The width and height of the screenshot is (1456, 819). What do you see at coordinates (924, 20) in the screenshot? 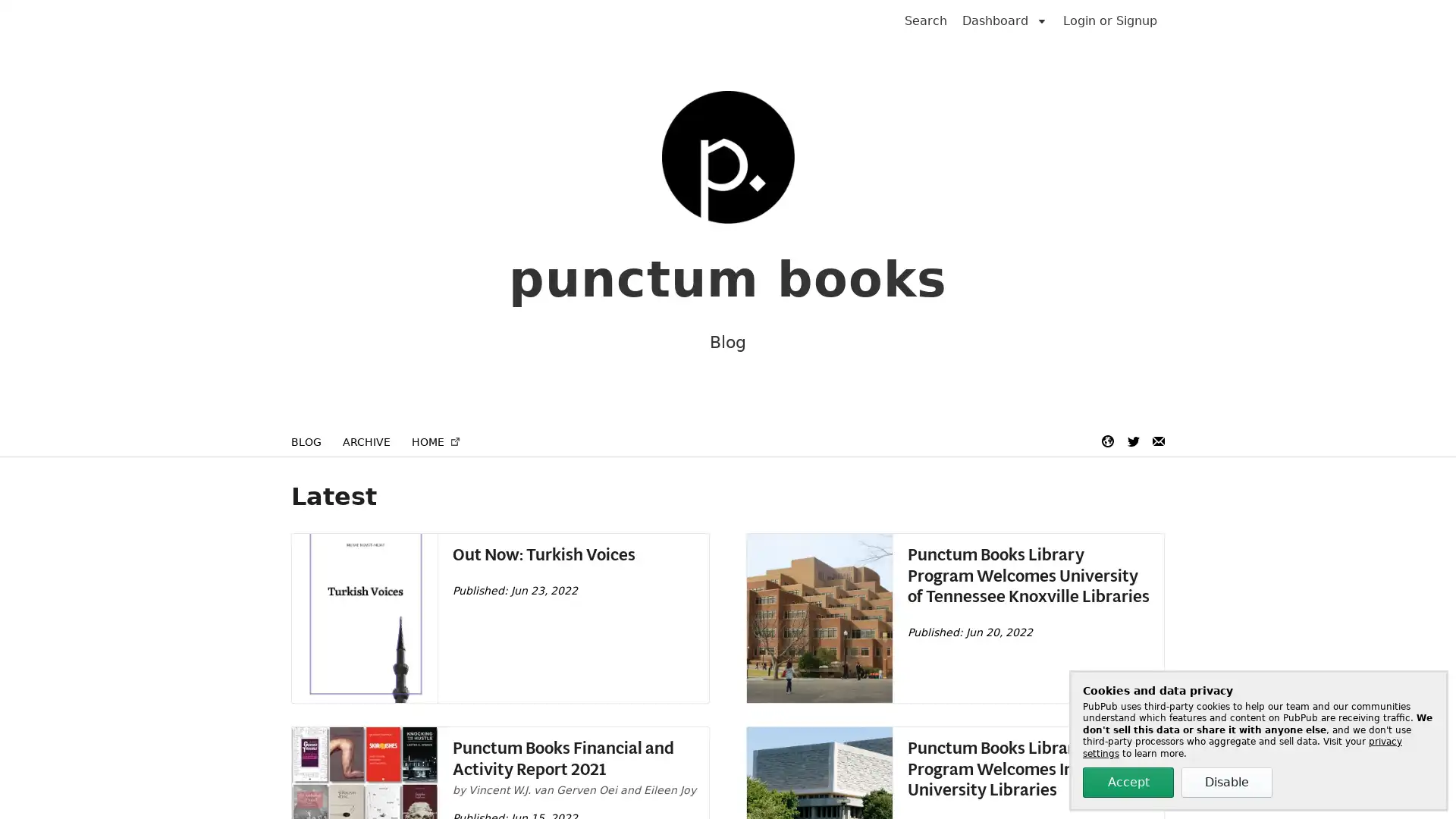
I see `Search` at bounding box center [924, 20].